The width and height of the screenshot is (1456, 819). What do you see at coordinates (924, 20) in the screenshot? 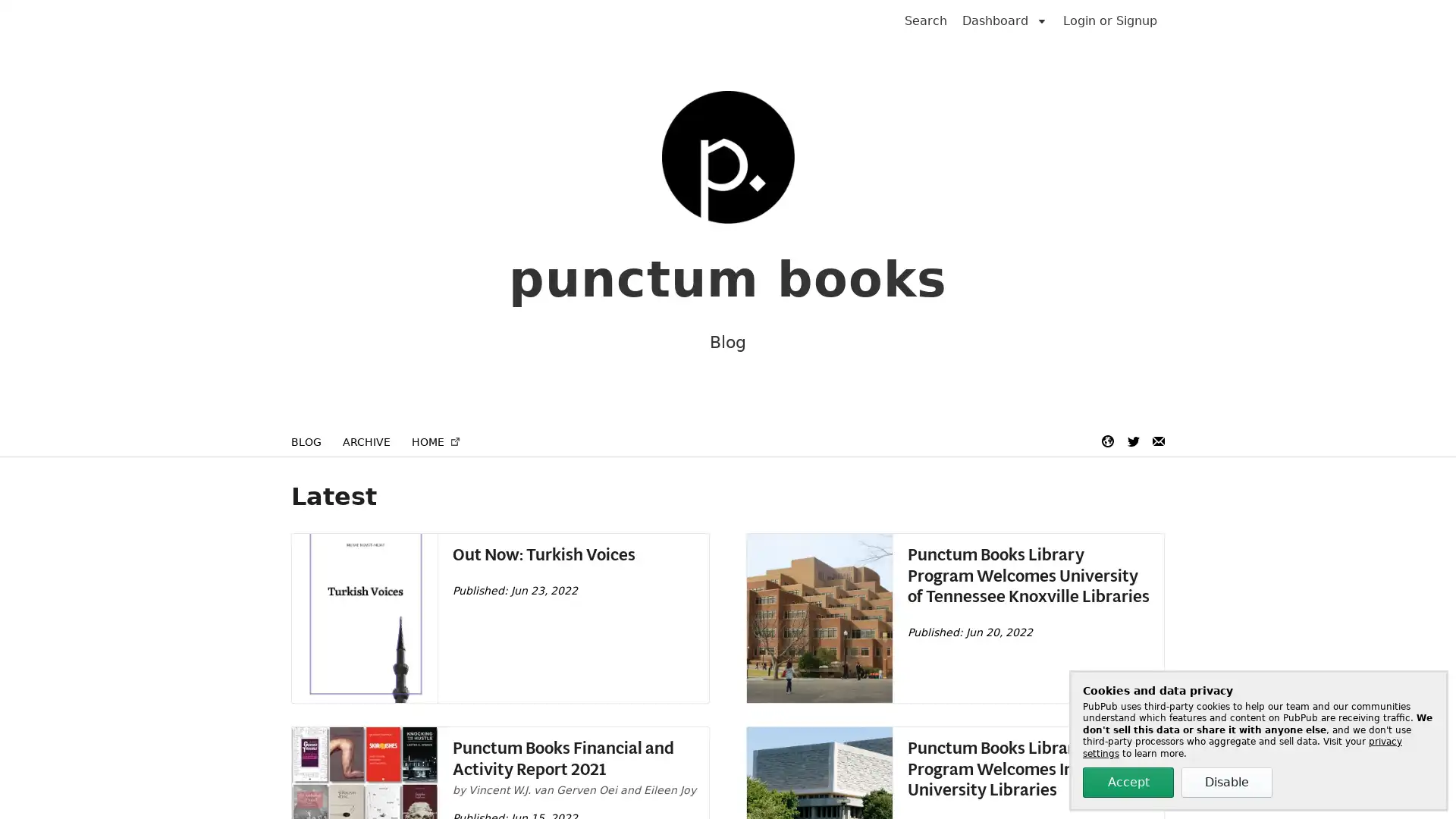
I see `Search` at bounding box center [924, 20].